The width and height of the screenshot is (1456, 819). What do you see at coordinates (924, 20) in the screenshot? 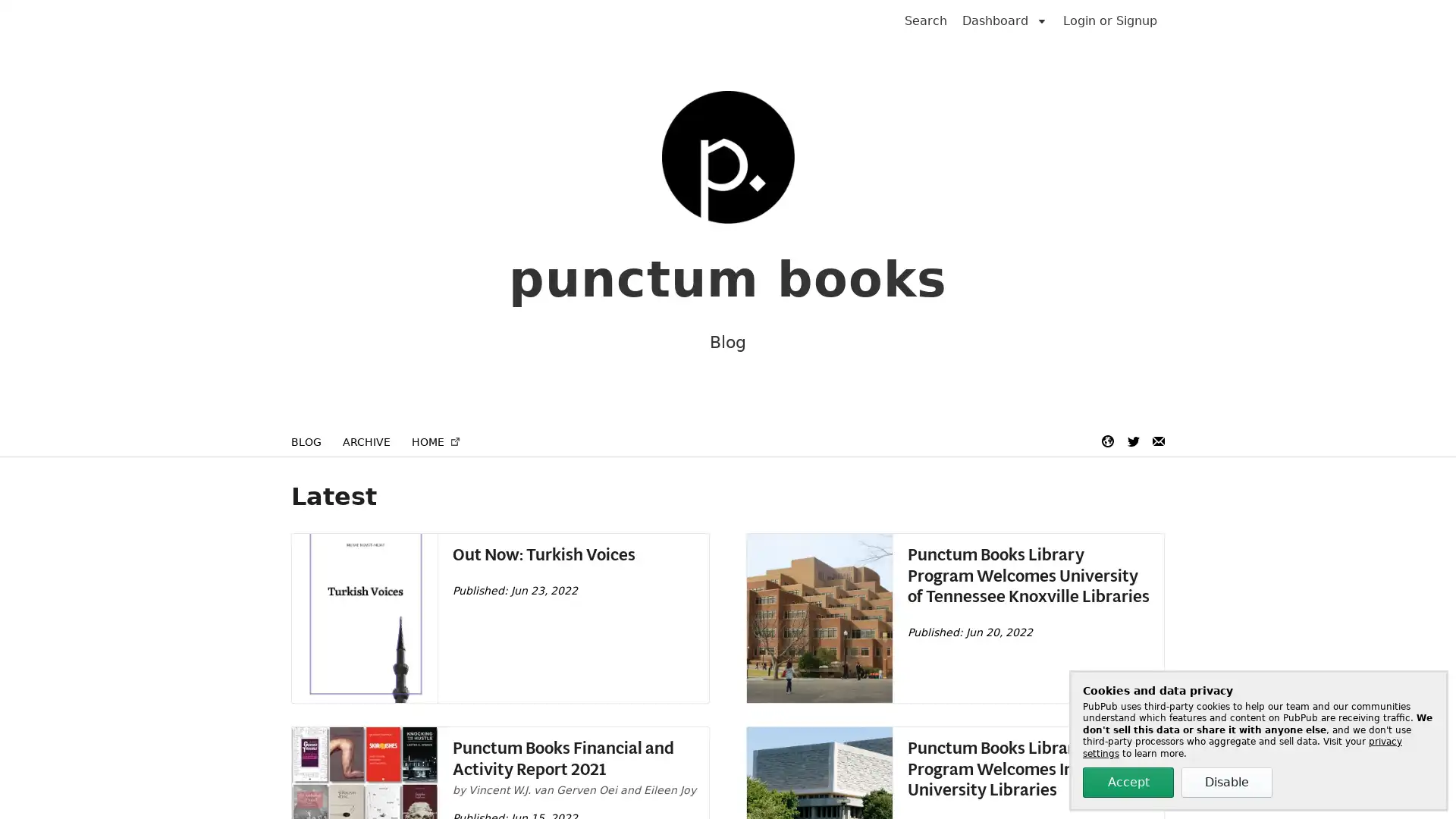
I see `Search` at bounding box center [924, 20].